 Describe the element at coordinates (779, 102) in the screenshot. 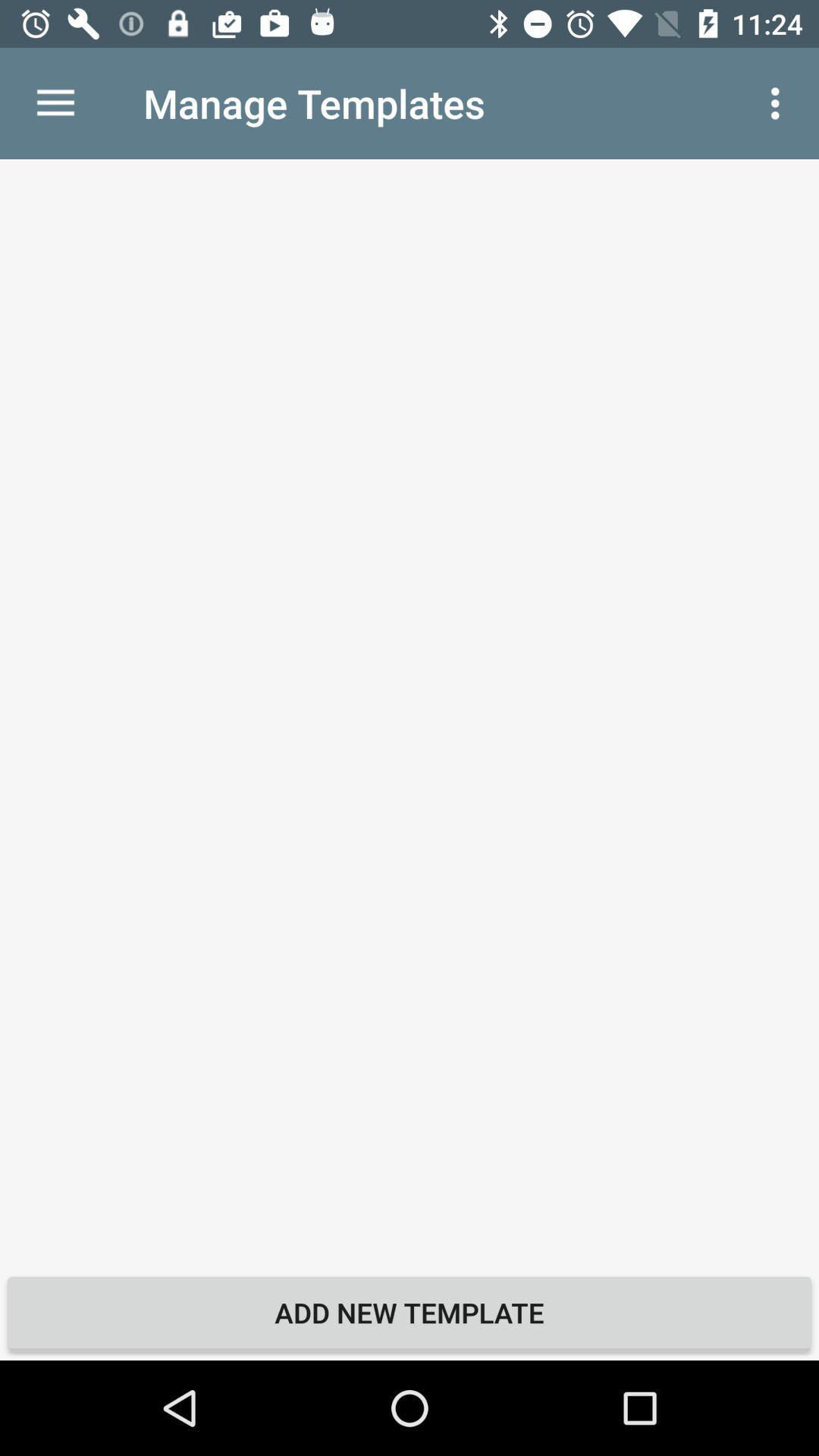

I see `icon to the right of manage templates` at that location.